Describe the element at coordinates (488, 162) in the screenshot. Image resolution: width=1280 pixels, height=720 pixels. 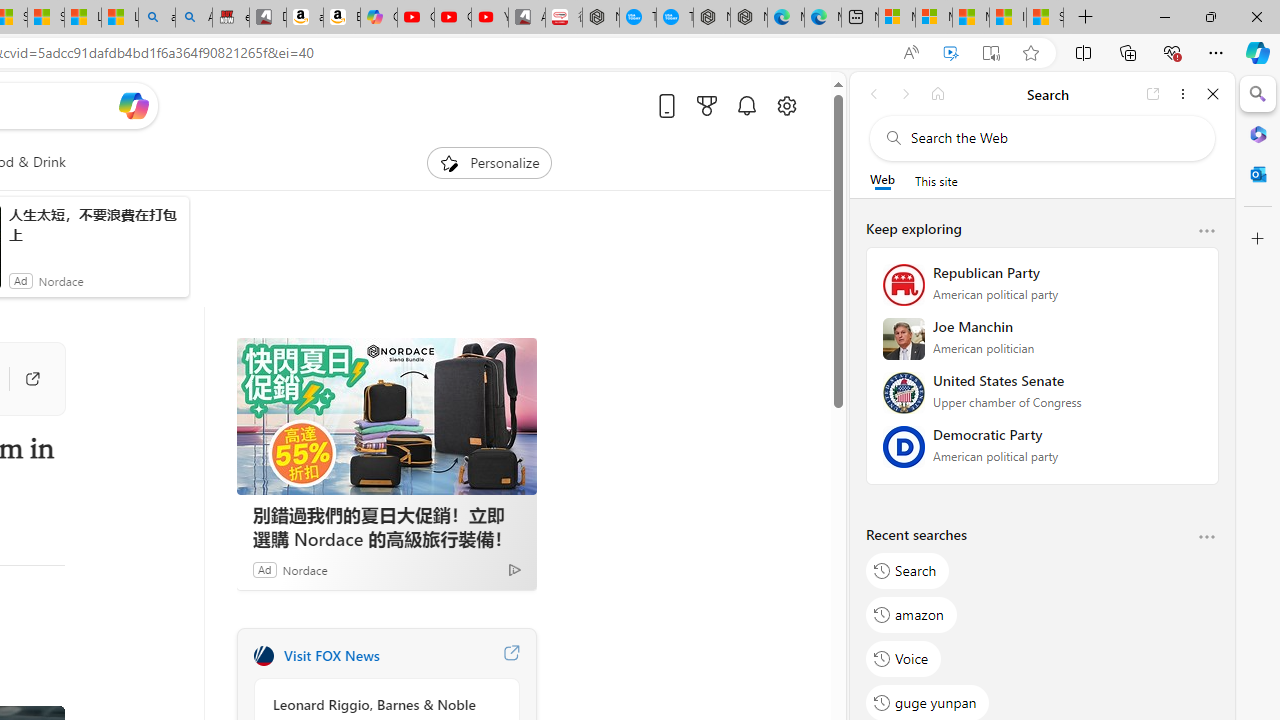
I see `'Personalize'` at that location.